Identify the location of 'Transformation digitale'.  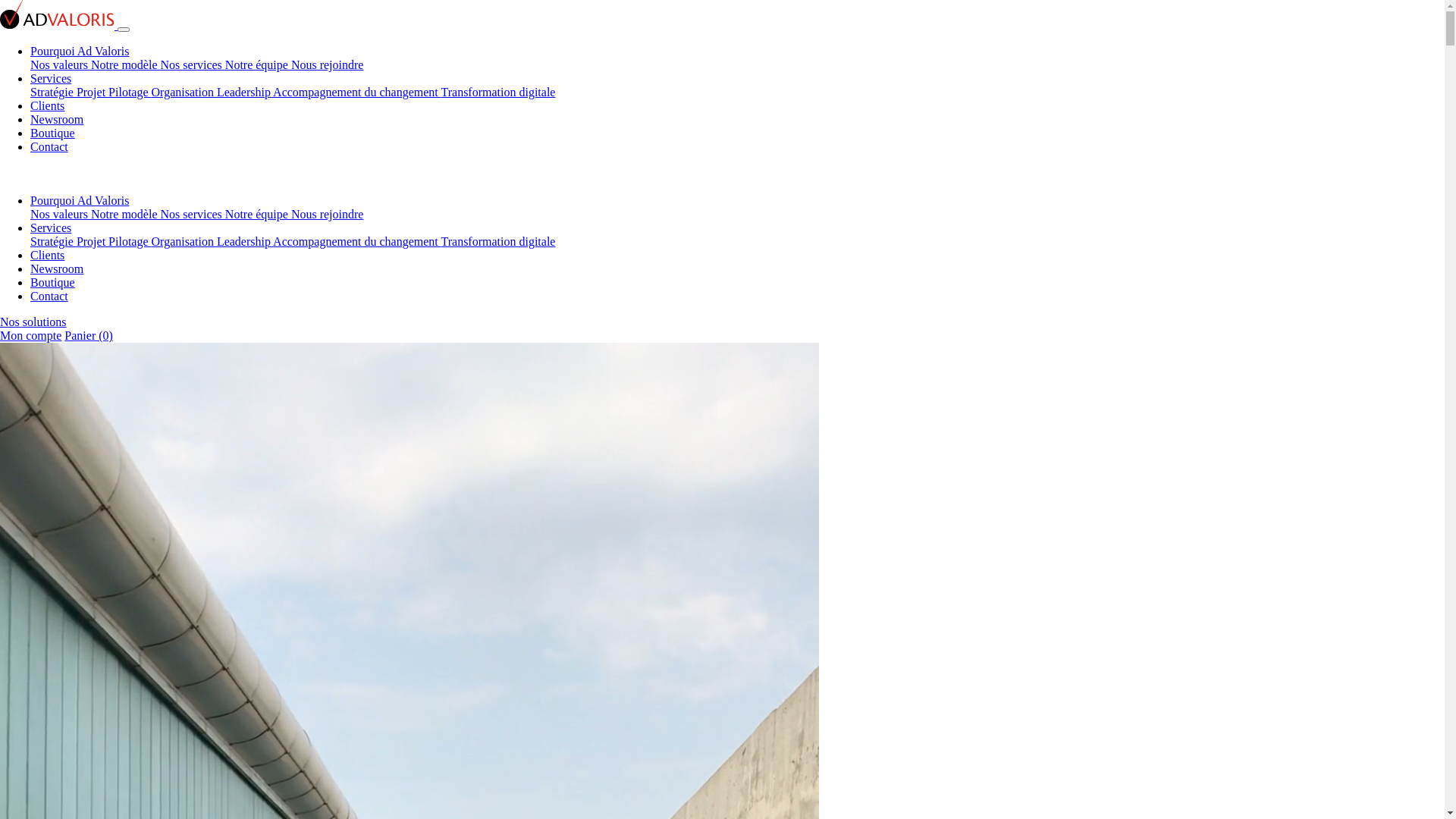
(498, 92).